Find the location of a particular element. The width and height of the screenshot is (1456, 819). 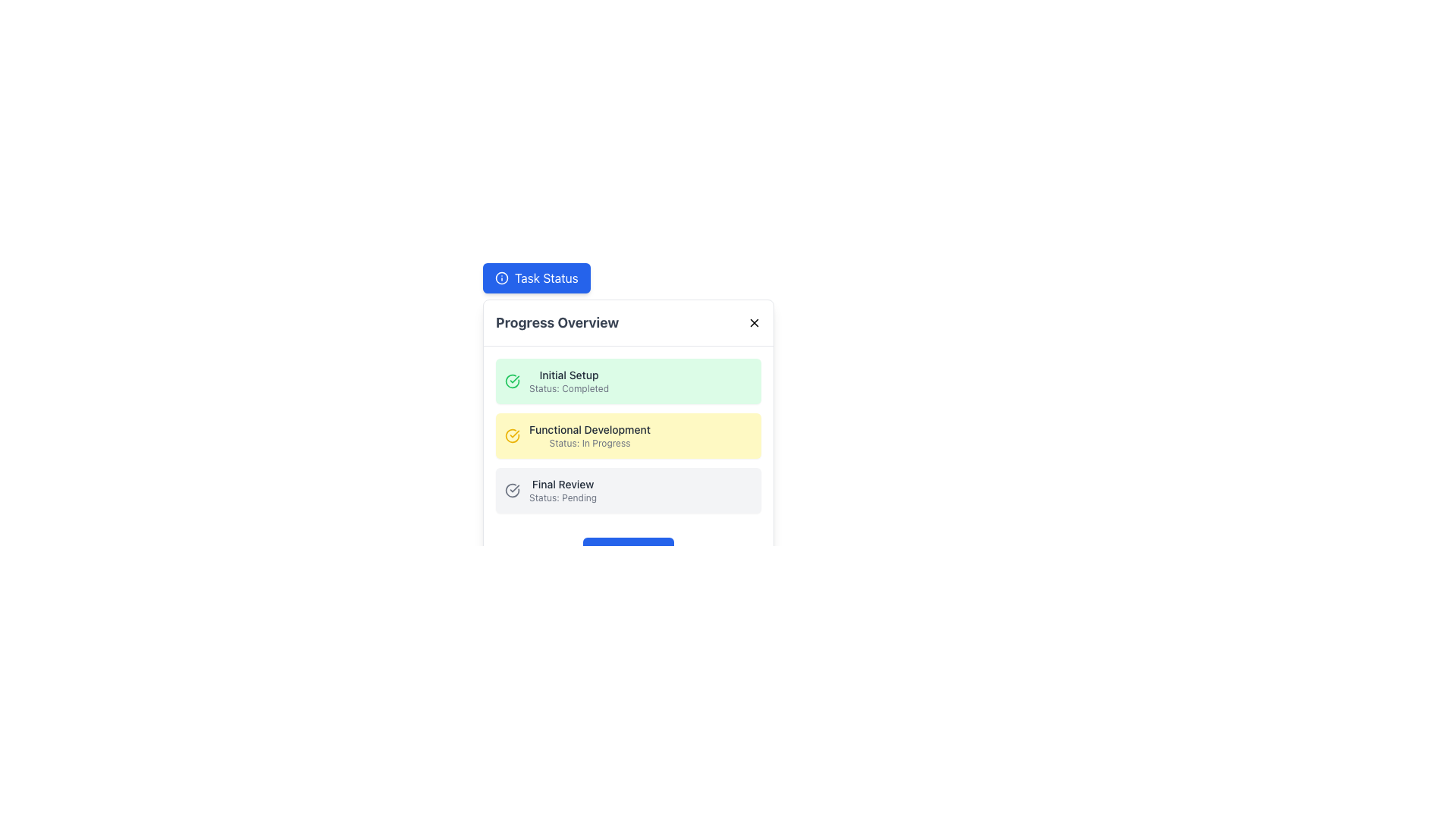

the 'In Progress' status indicator for the 'Functional Development' task to focus on it within the task management interface is located at coordinates (588, 435).